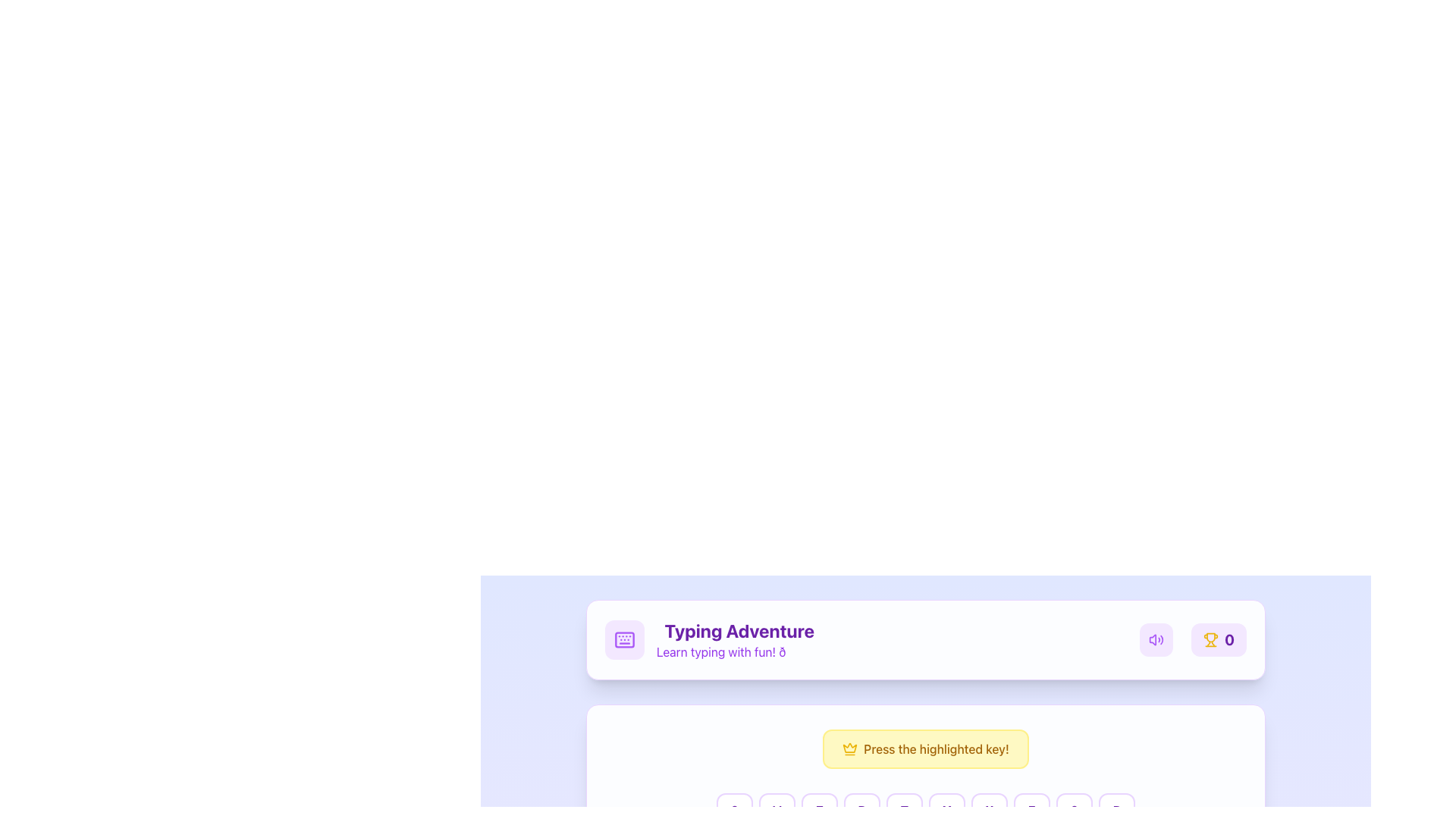 The height and width of the screenshot is (819, 1456). I want to click on the graphical rectangle representing a key in the SVG keyboard icon located to the left of the 'Typing Adventure' text box, so click(625, 640).